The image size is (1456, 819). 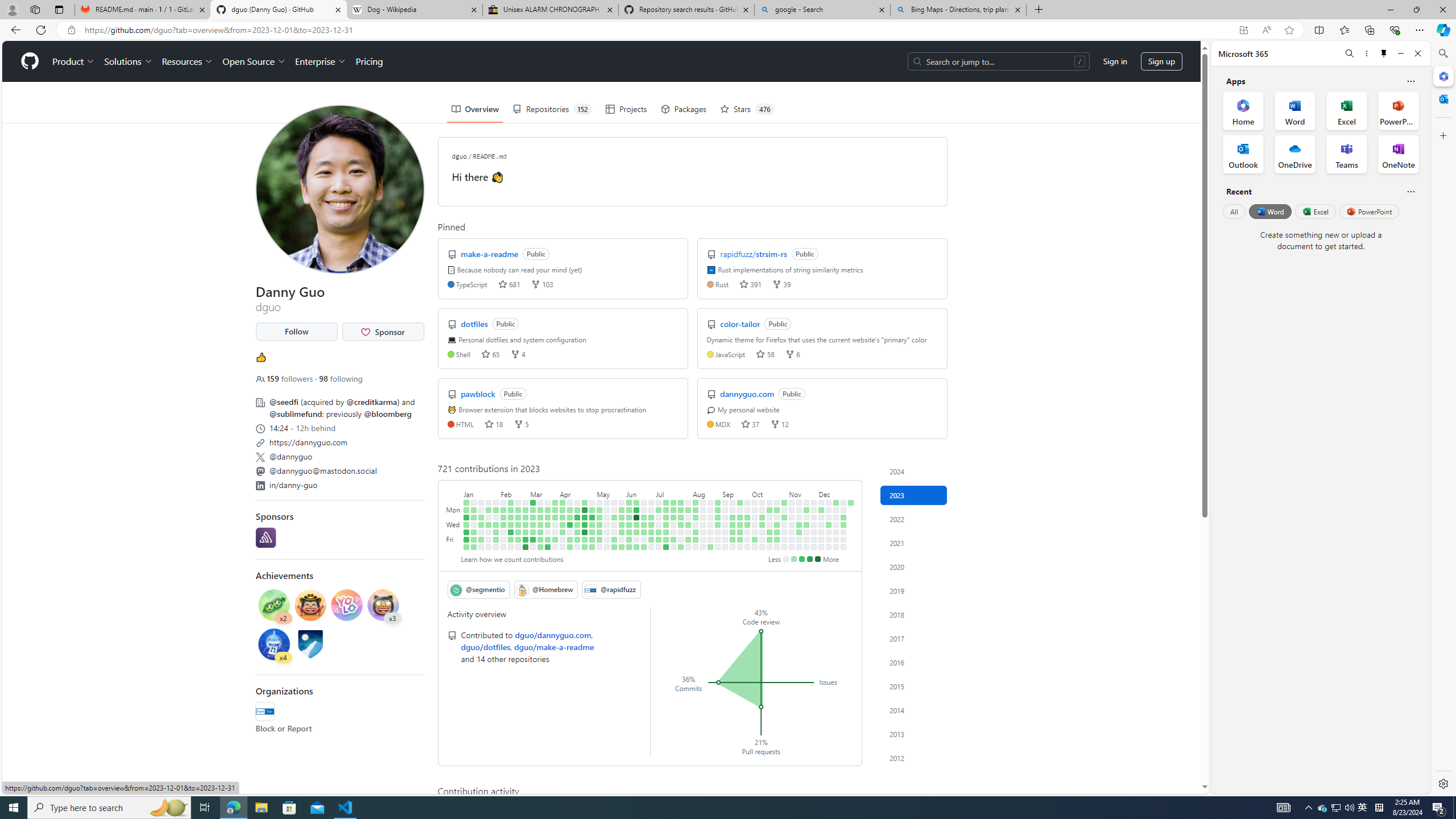 I want to click on 'Dog - Wikipedia', so click(x=415, y=9).